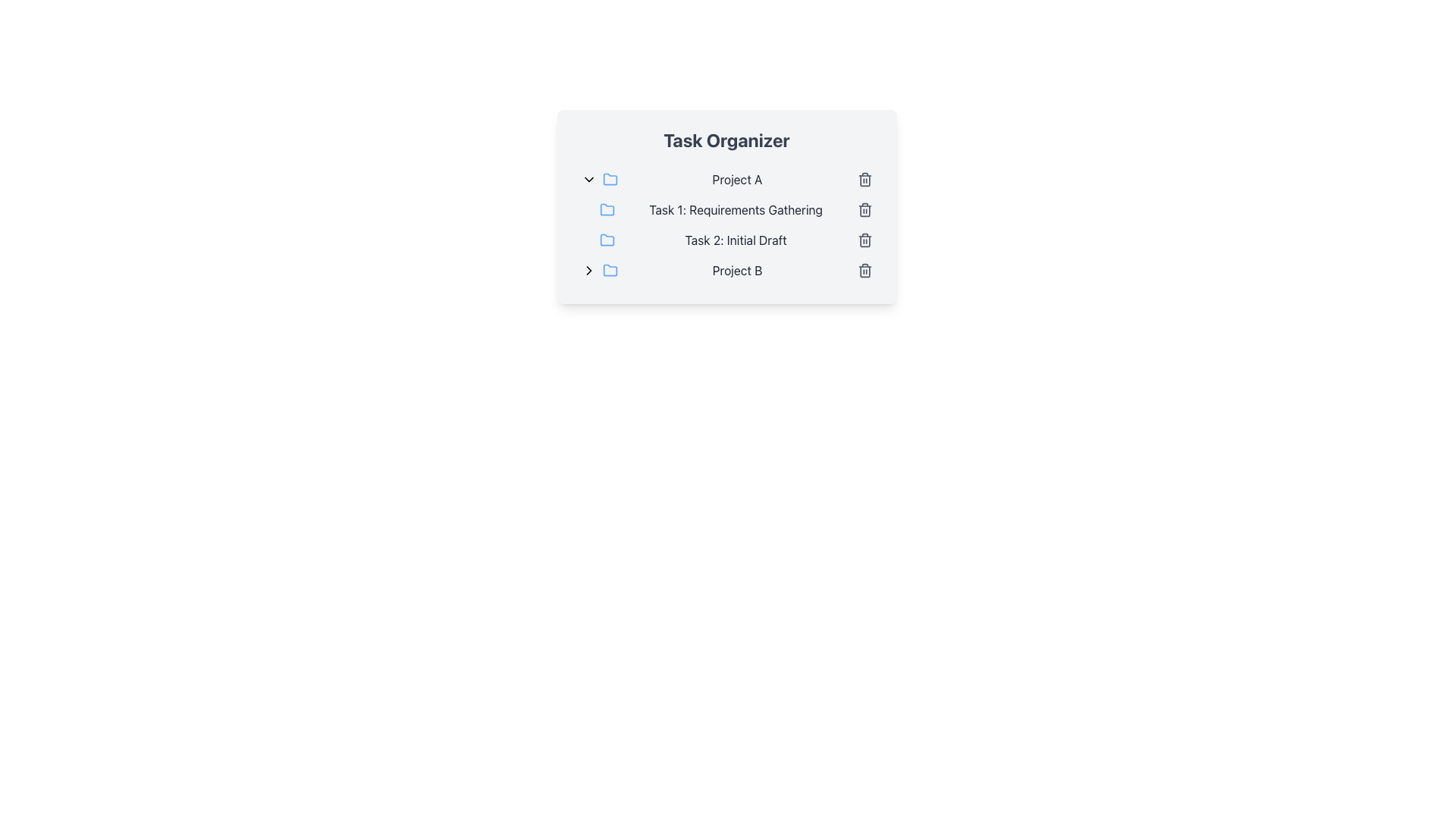  What do you see at coordinates (864, 211) in the screenshot?
I see `the trashcan icon button adjacent to the text 'Task 1: Requirements Gathering'` at bounding box center [864, 211].